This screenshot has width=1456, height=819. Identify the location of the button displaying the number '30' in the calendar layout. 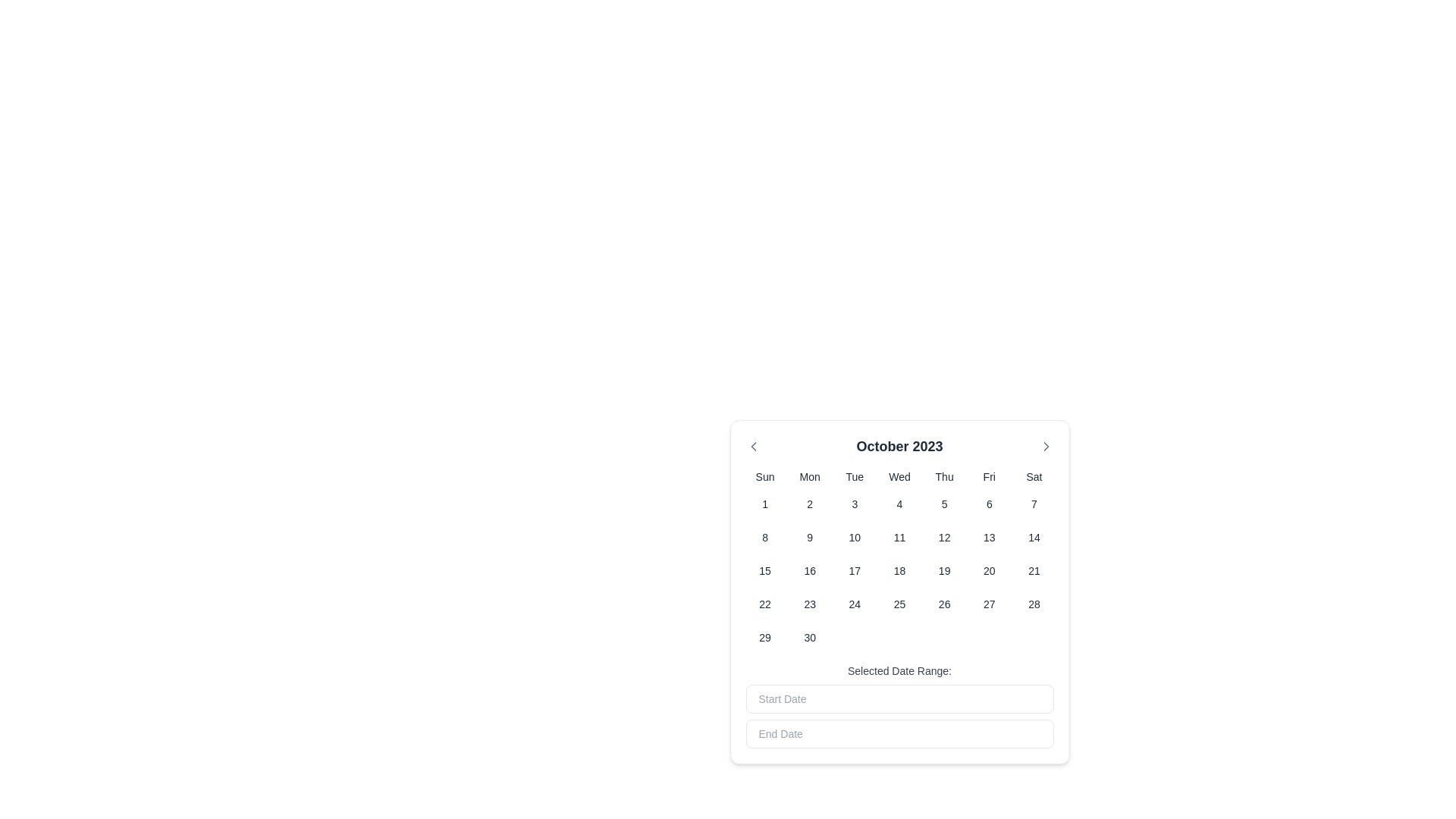
(809, 637).